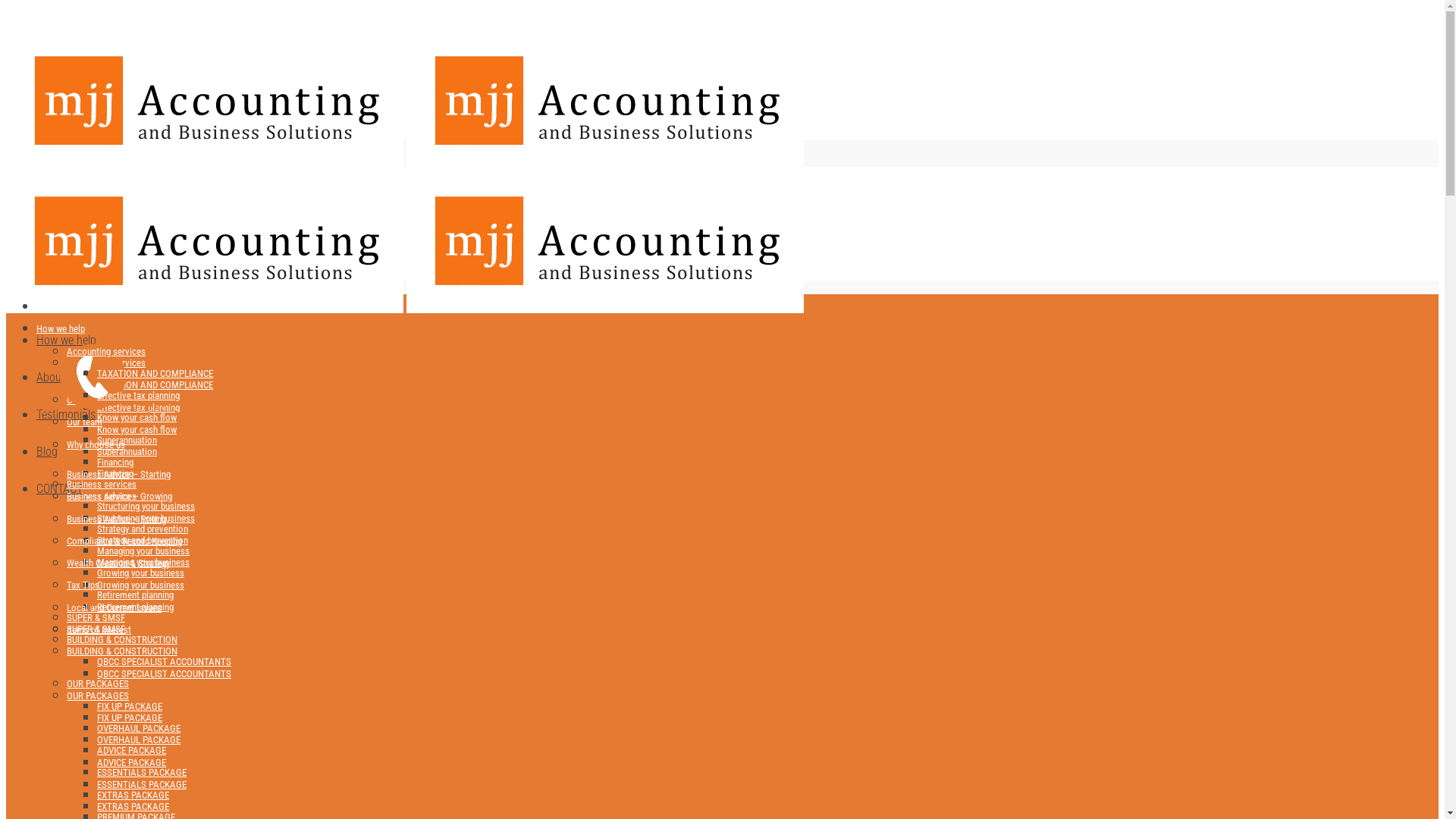 The width and height of the screenshot is (1456, 819). Describe the element at coordinates (97, 695) in the screenshot. I see `'OUR PACKAGES'` at that location.